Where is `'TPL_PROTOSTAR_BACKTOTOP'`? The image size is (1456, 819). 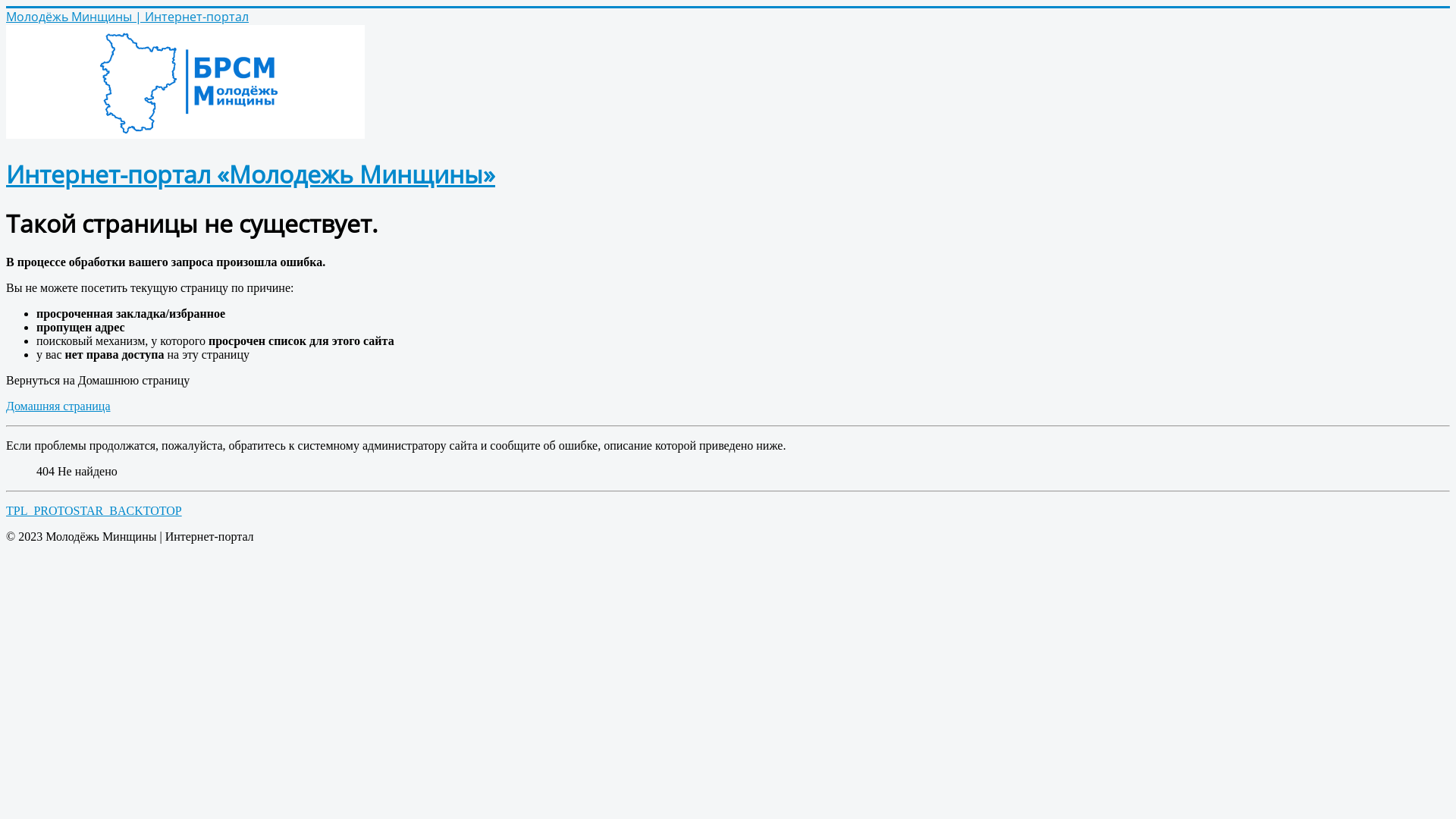 'TPL_PROTOSTAR_BACKTOTOP' is located at coordinates (93, 510).